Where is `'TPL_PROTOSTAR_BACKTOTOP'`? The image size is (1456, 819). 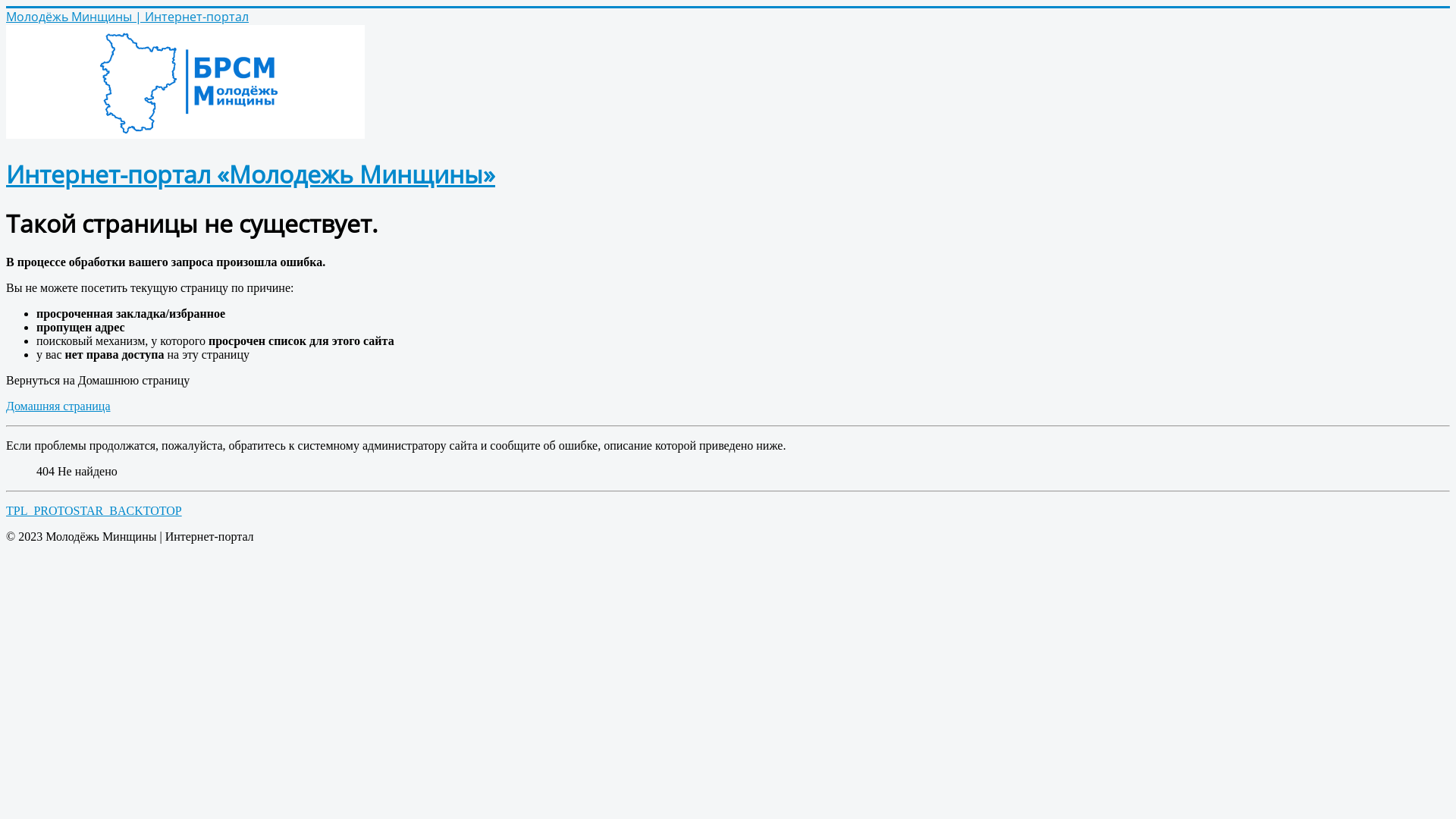 'TPL_PROTOSTAR_BACKTOTOP' is located at coordinates (93, 510).